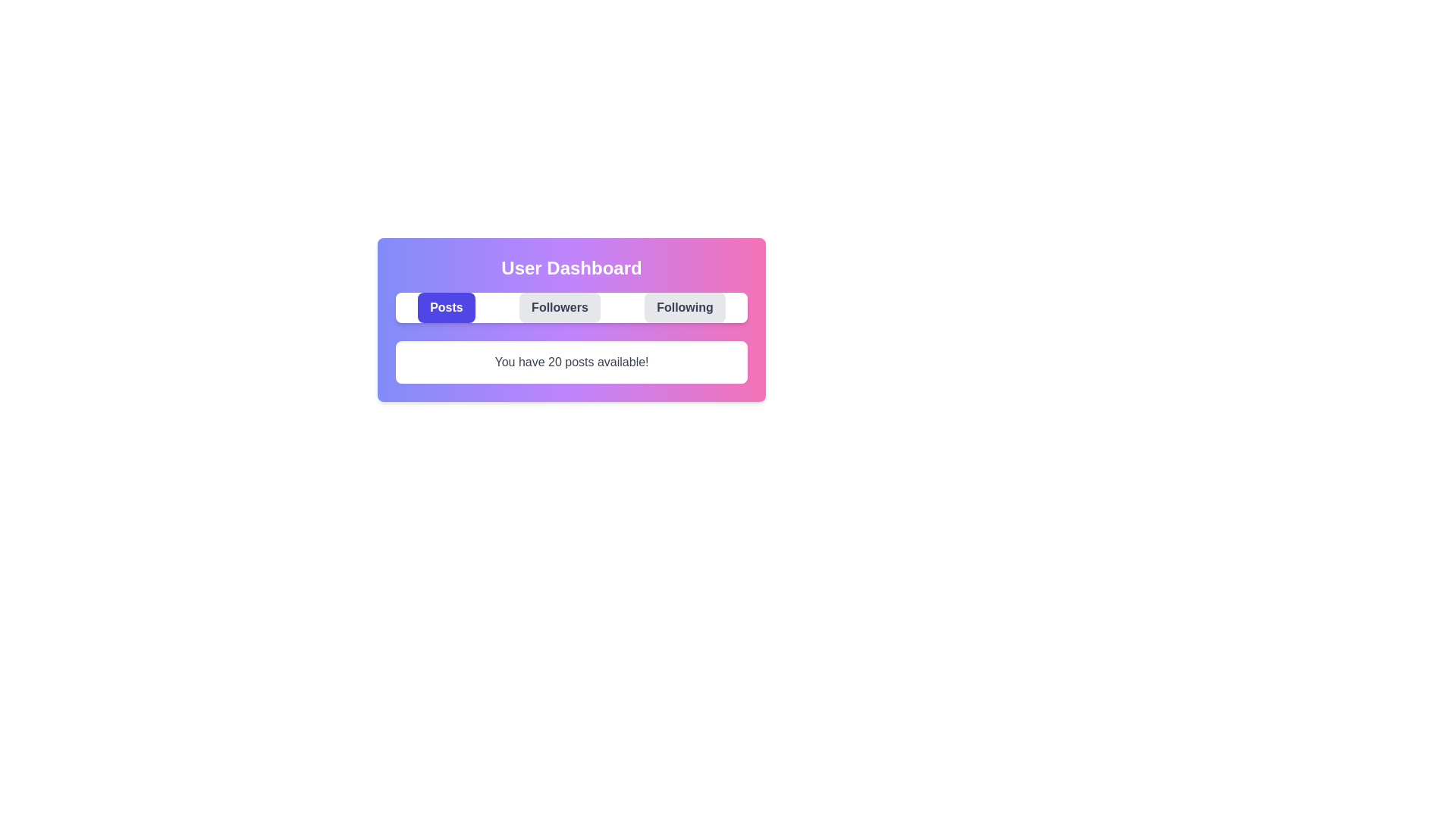 The image size is (1456, 819). What do you see at coordinates (570, 318) in the screenshot?
I see `the 'Followers' button in the user dashboard` at bounding box center [570, 318].